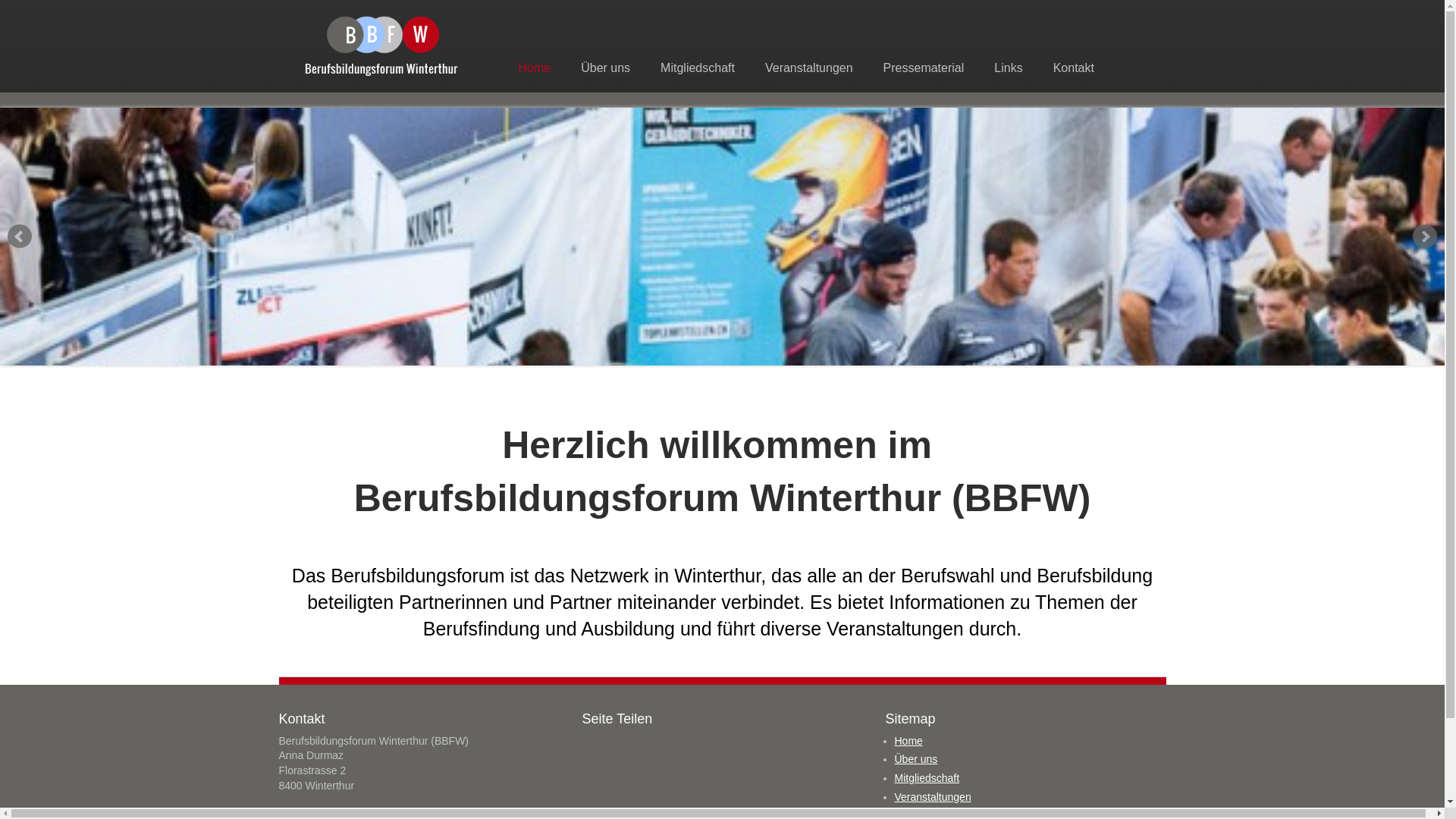 The height and width of the screenshot is (819, 1456). I want to click on 'Prev', so click(19, 237).